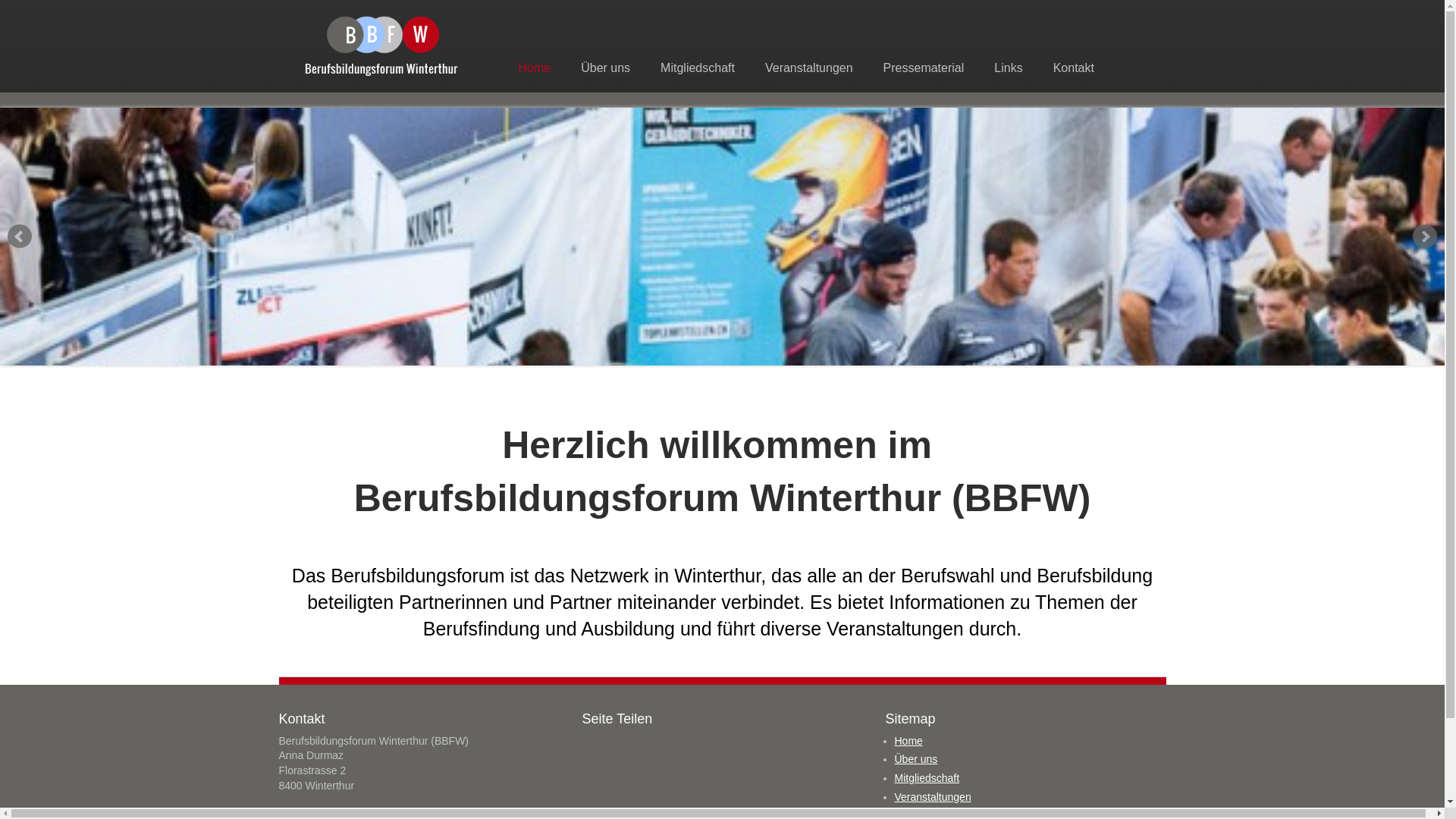 The height and width of the screenshot is (819, 1456). I want to click on 'Prev', so click(19, 237).